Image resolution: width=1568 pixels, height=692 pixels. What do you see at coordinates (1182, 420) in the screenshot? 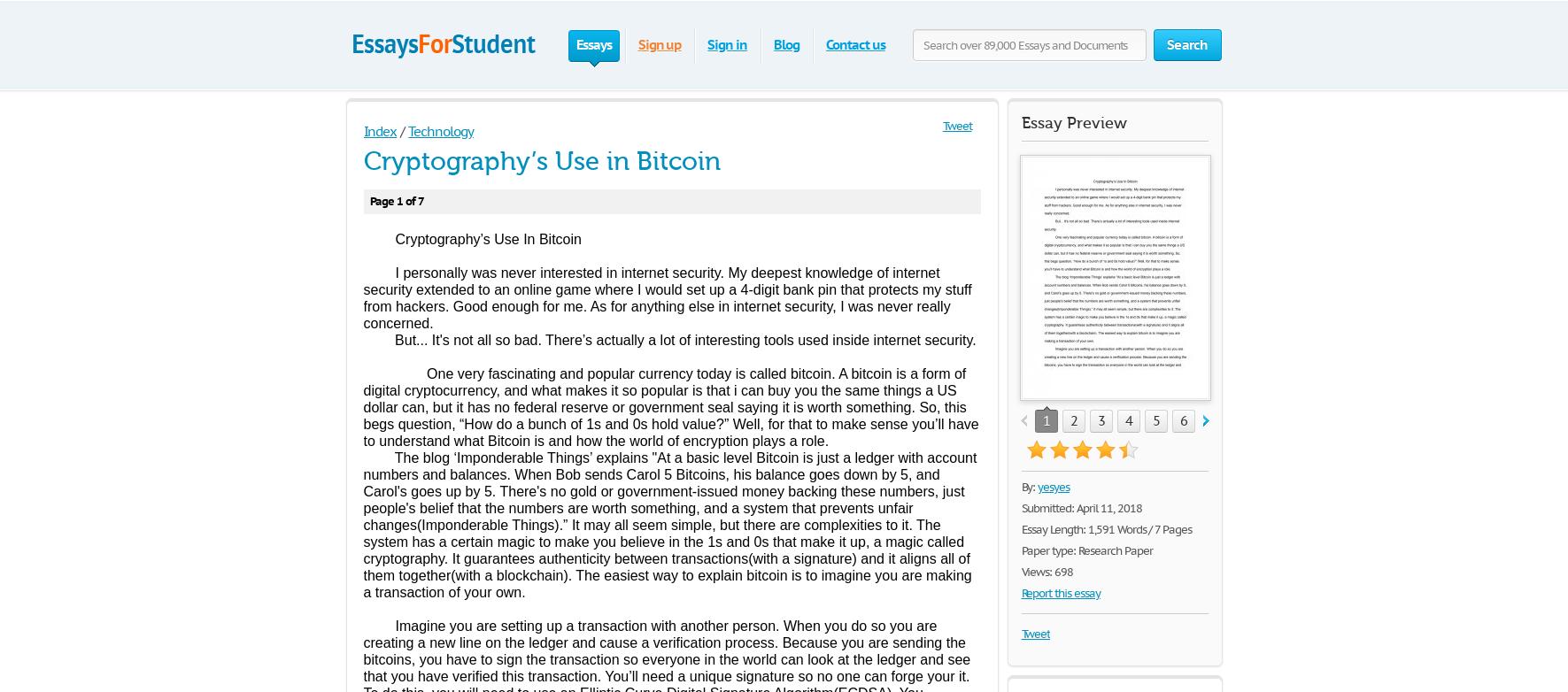
I see `'6'` at bounding box center [1182, 420].